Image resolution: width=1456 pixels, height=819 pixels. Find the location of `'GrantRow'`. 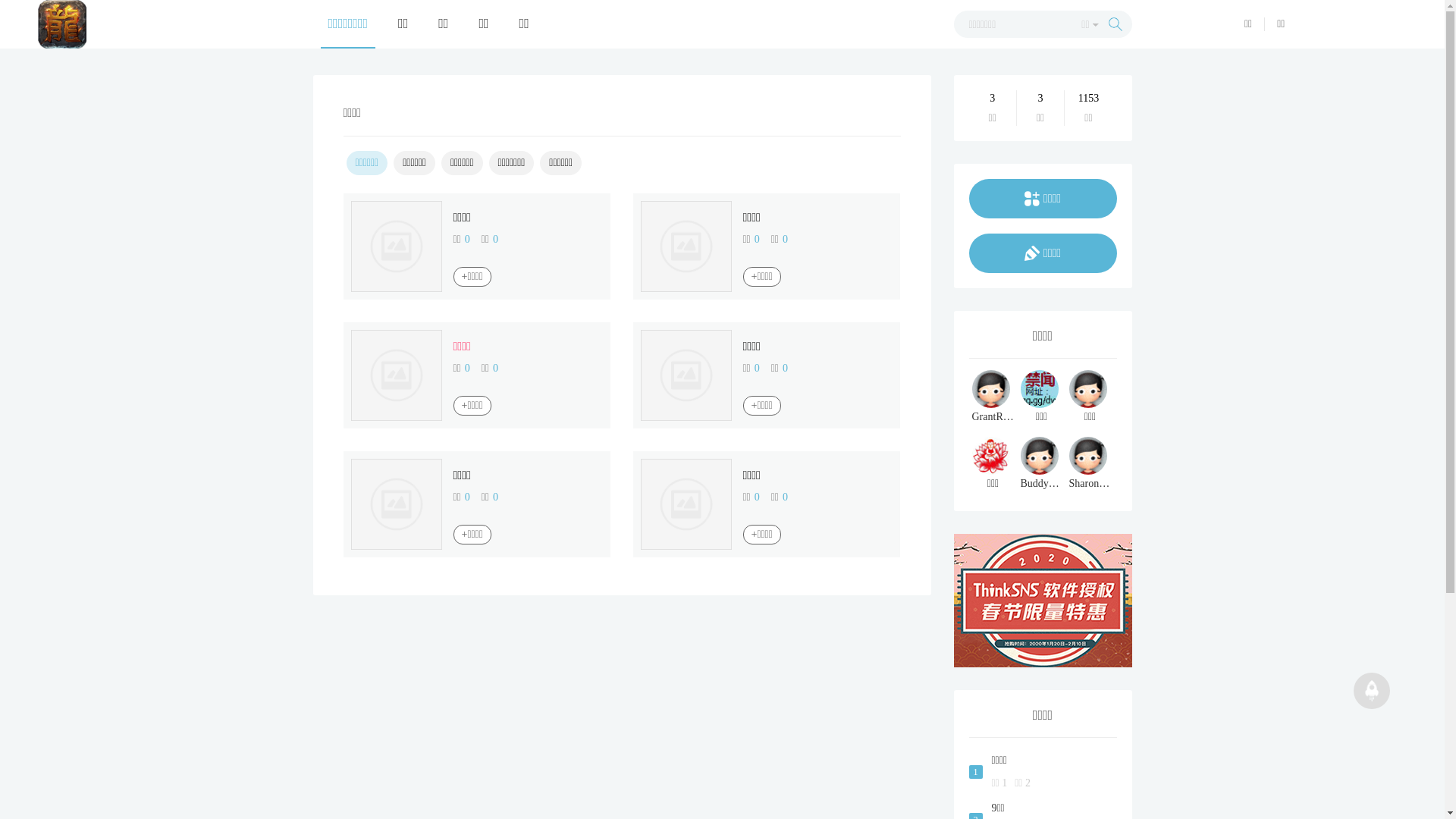

'GrantRow' is located at coordinates (993, 397).